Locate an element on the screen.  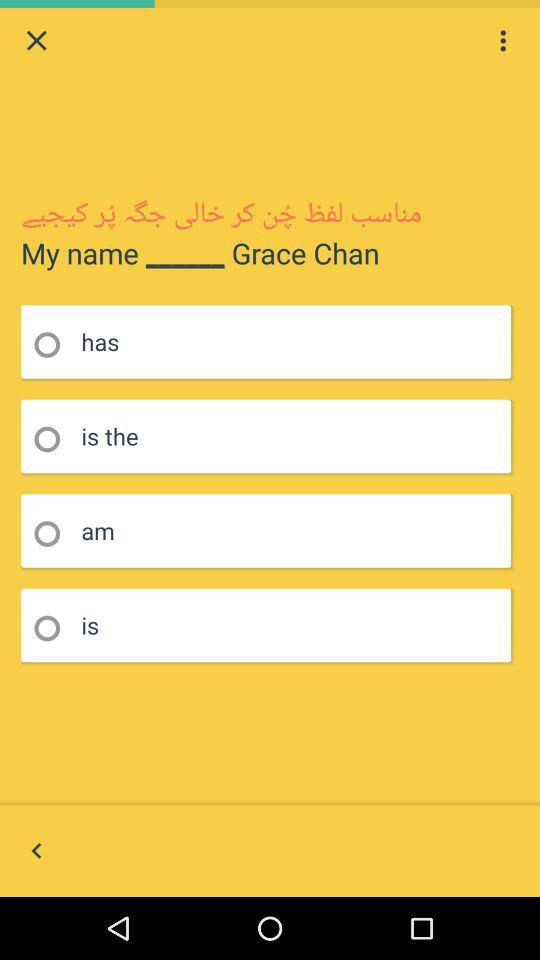
window is located at coordinates (36, 39).